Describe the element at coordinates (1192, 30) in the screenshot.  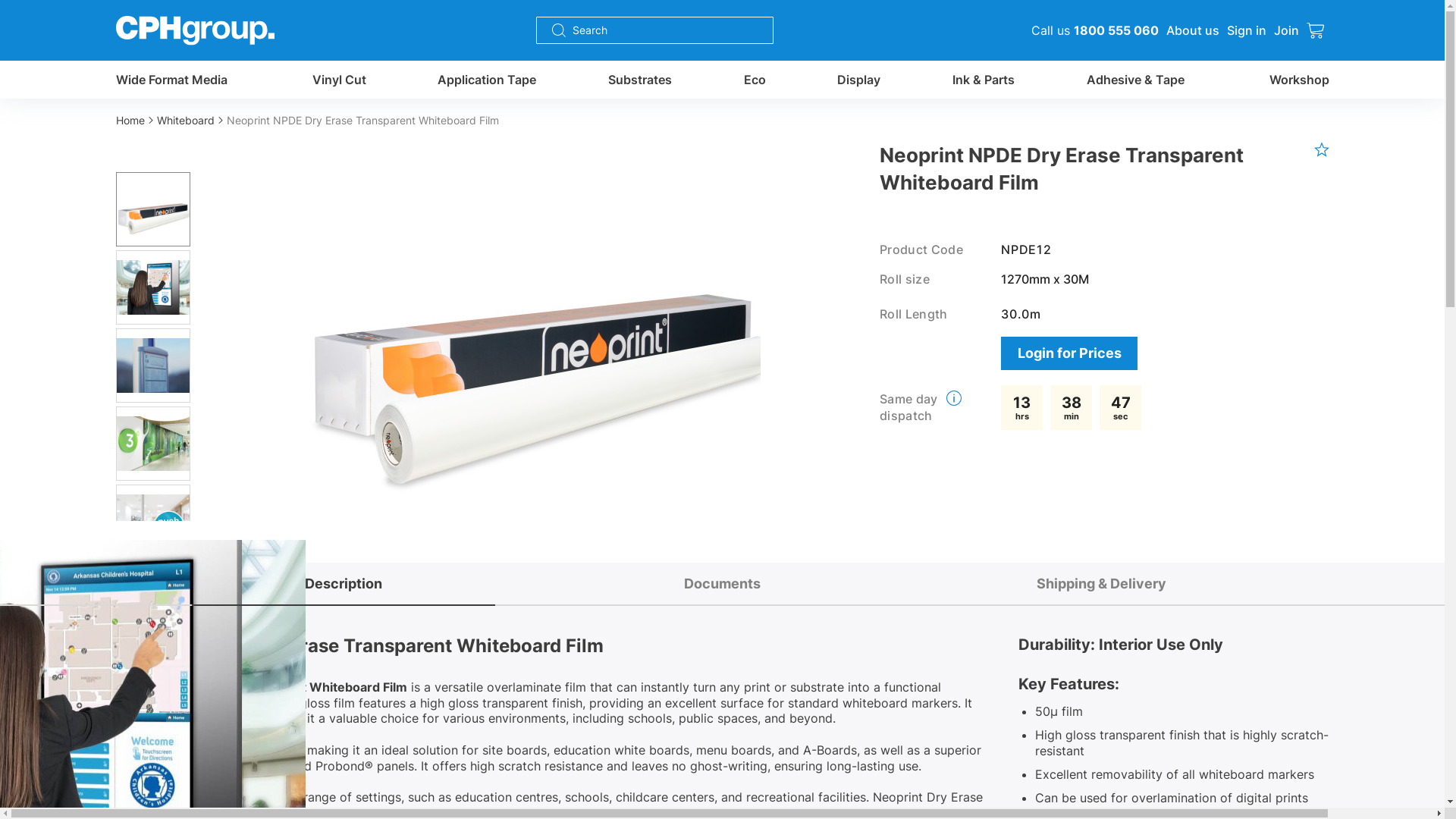
I see `'About us'` at that location.